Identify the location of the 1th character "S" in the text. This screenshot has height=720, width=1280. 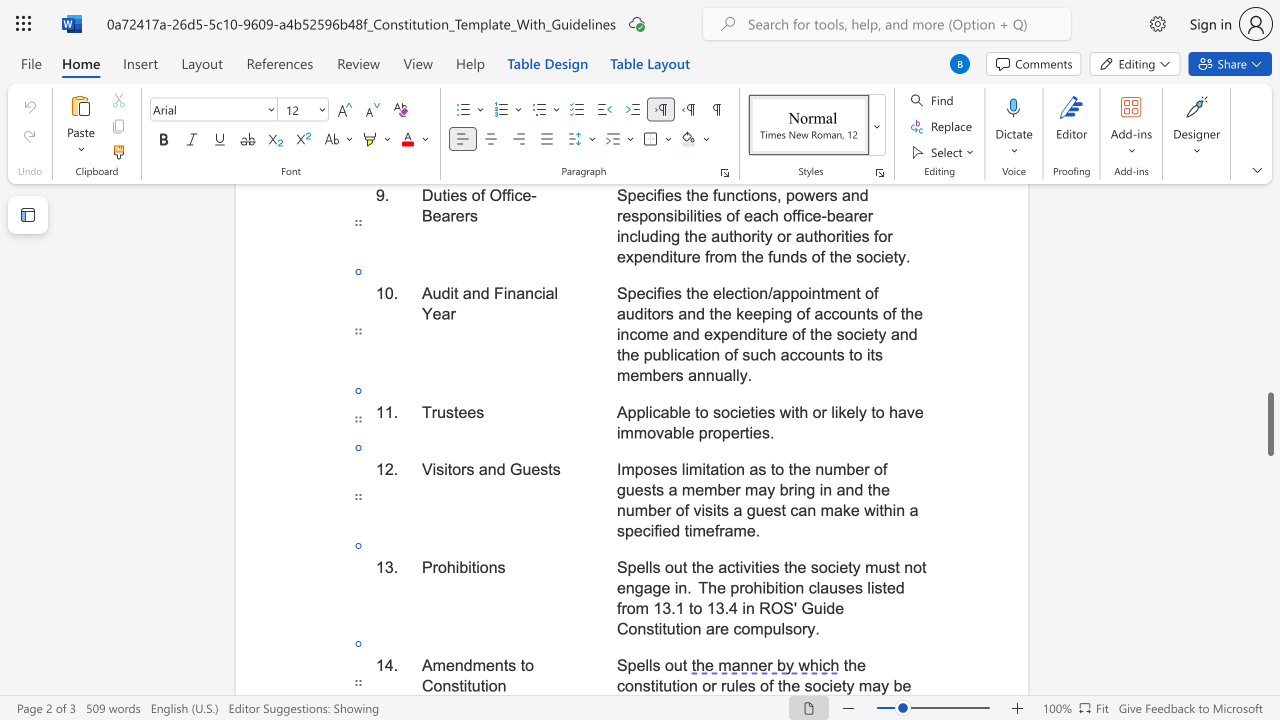
(621, 665).